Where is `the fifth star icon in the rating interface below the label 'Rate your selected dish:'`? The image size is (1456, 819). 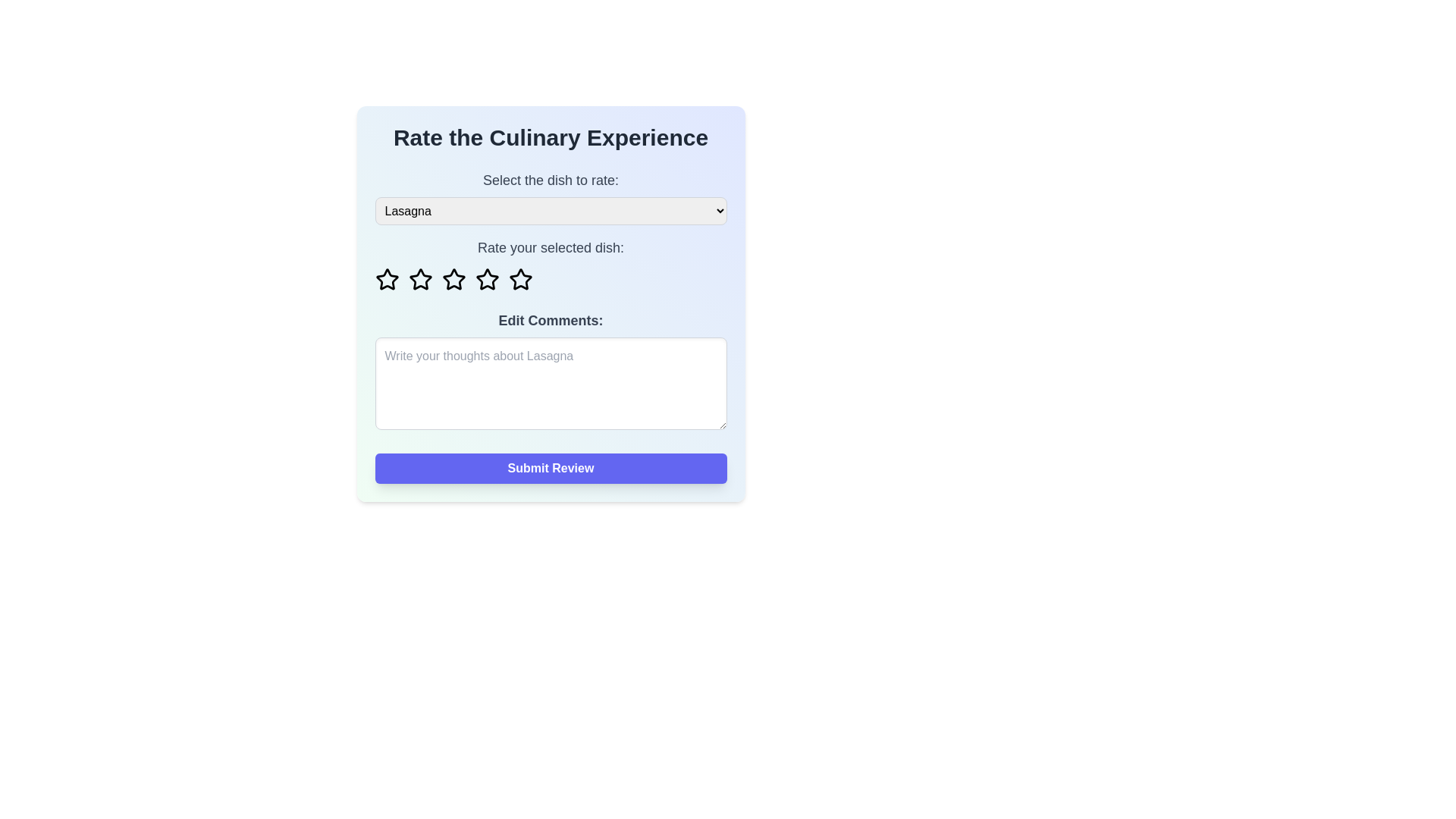
the fifth star icon in the rating interface below the label 'Rate your selected dish:' is located at coordinates (520, 280).